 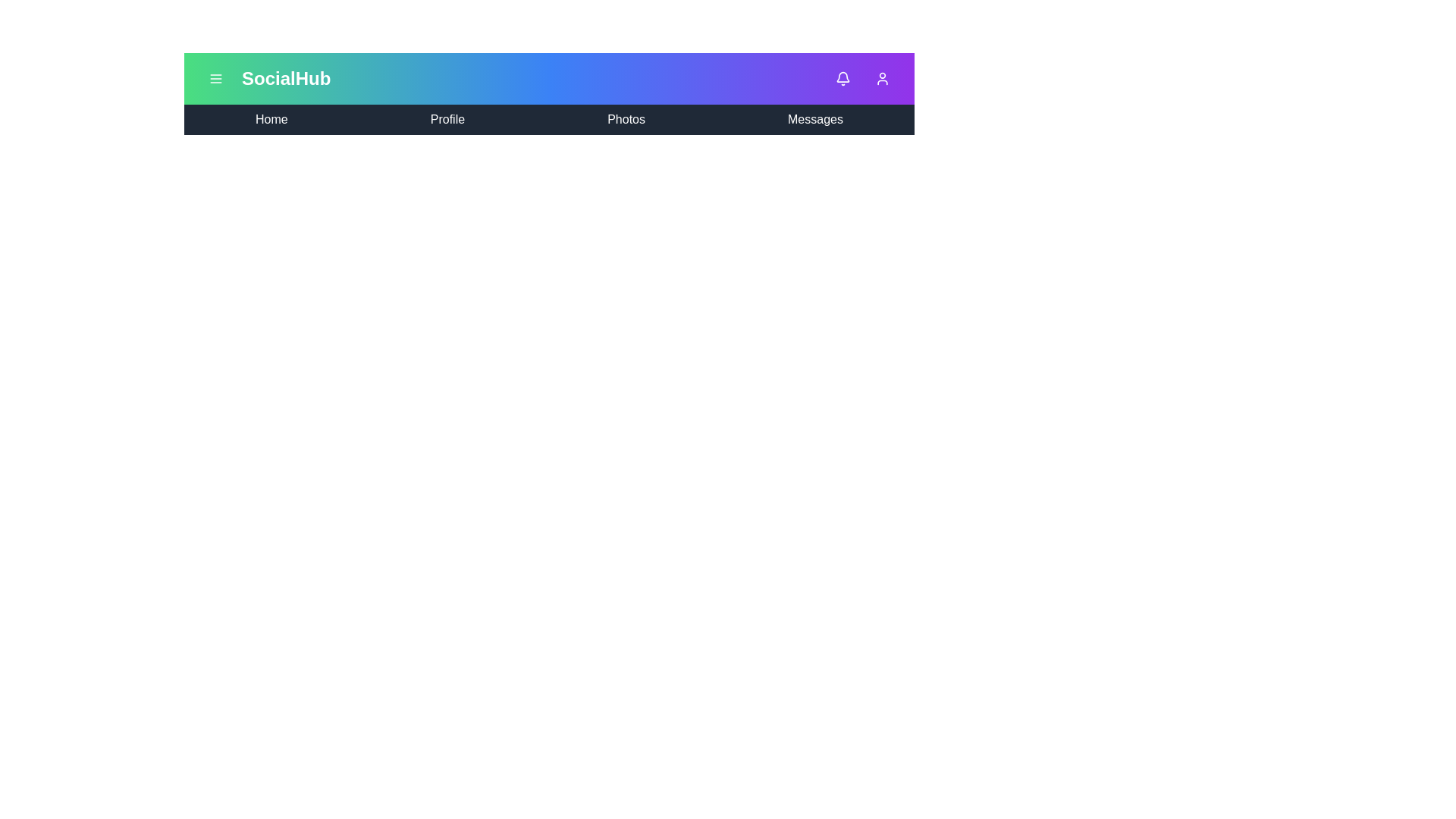 What do you see at coordinates (814, 119) in the screenshot?
I see `the navigation item Messages to see the hover effect` at bounding box center [814, 119].